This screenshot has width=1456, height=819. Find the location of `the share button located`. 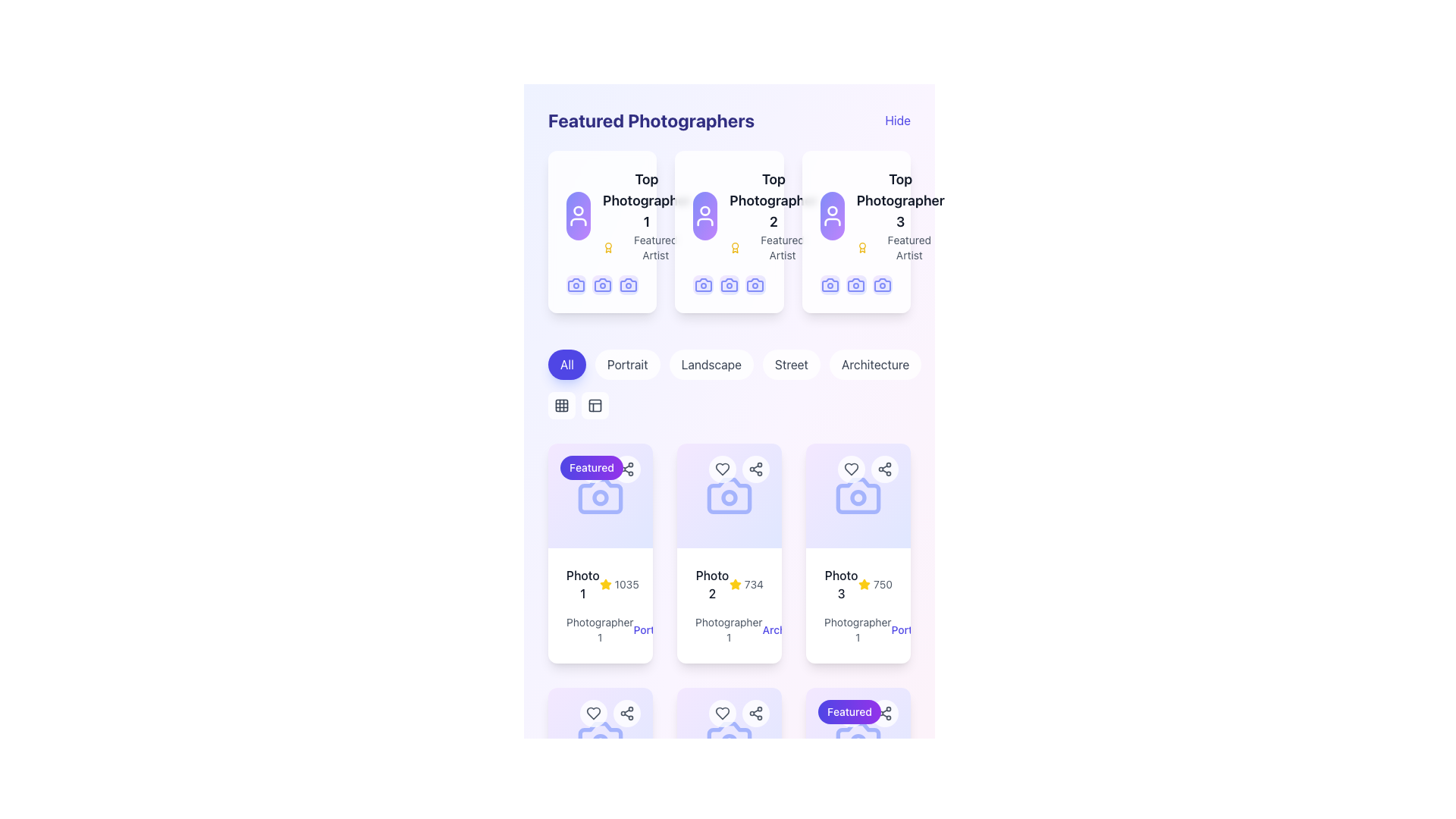

the share button located is located at coordinates (884, 468).